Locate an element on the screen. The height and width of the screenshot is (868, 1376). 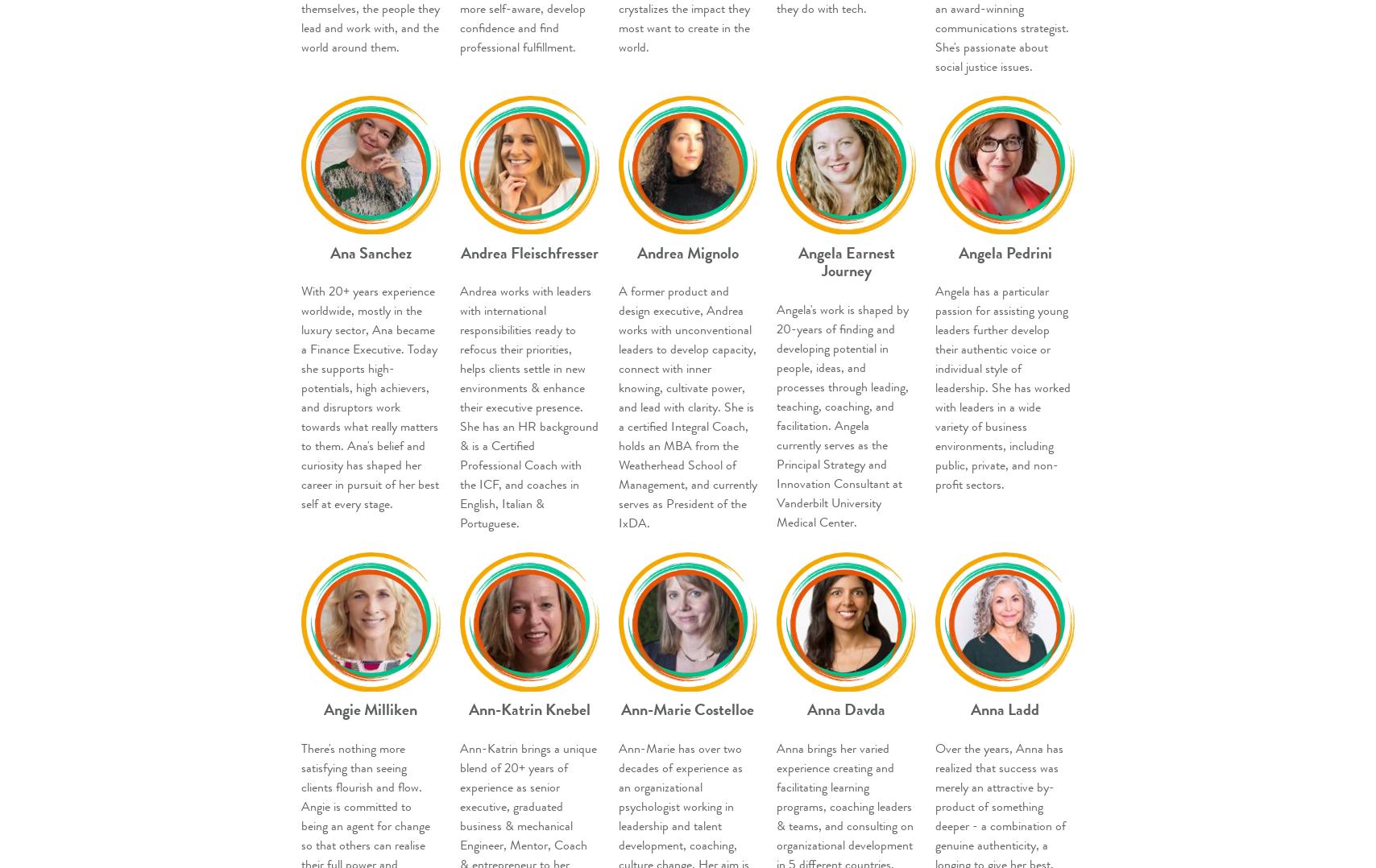
'A former product and design executive, Andrea works with unconventional leaders to develop capacity, connect with inner knowing, cultivate power, and lead with clarity. She is a certified Integral Coach, holds an MBA from the Weatherhead School of Management, and currently serves as President of the IxDA.' is located at coordinates (686, 407).